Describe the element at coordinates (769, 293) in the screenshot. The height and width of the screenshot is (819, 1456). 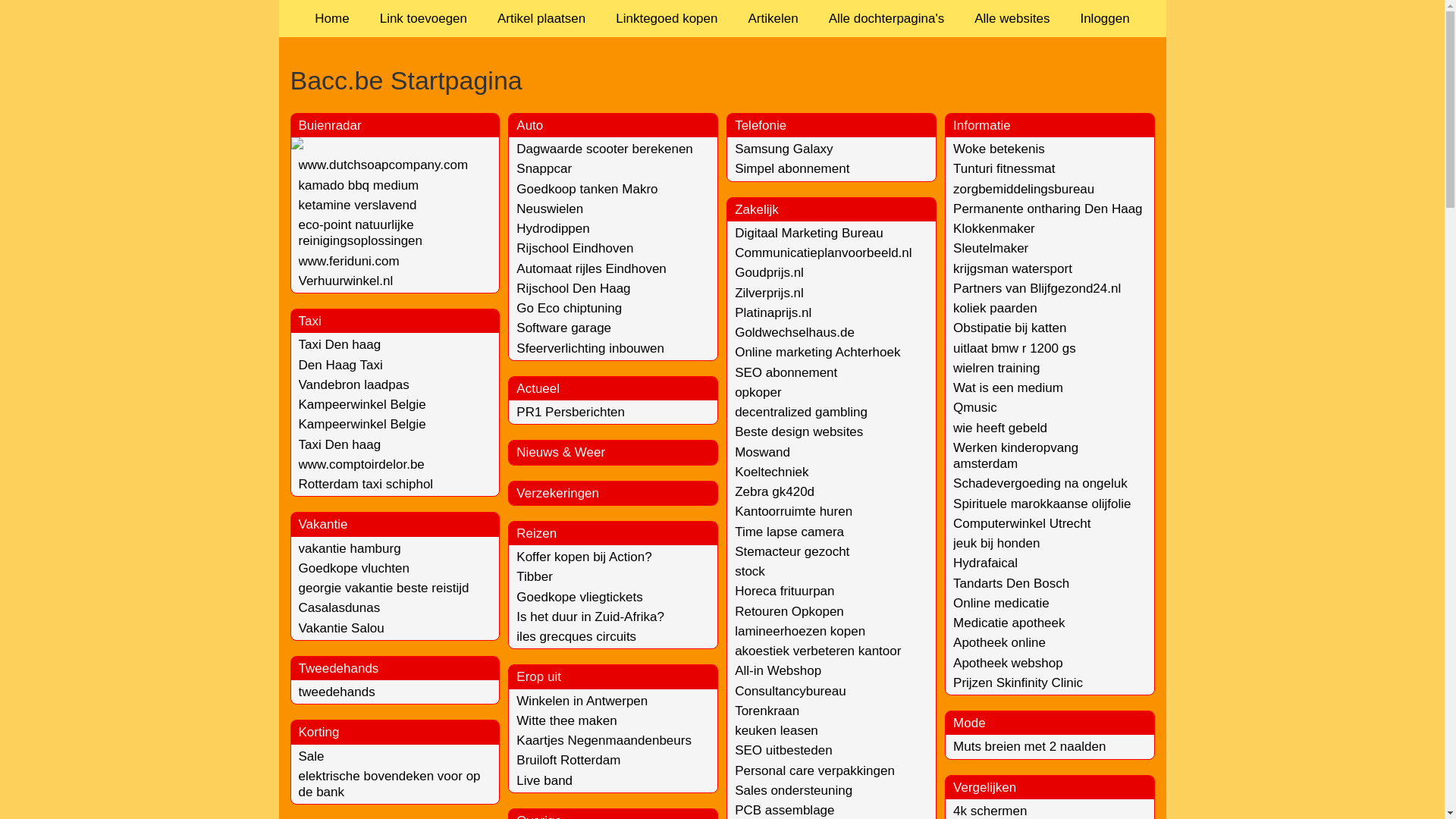
I see `'Zilverprijs.nl'` at that location.